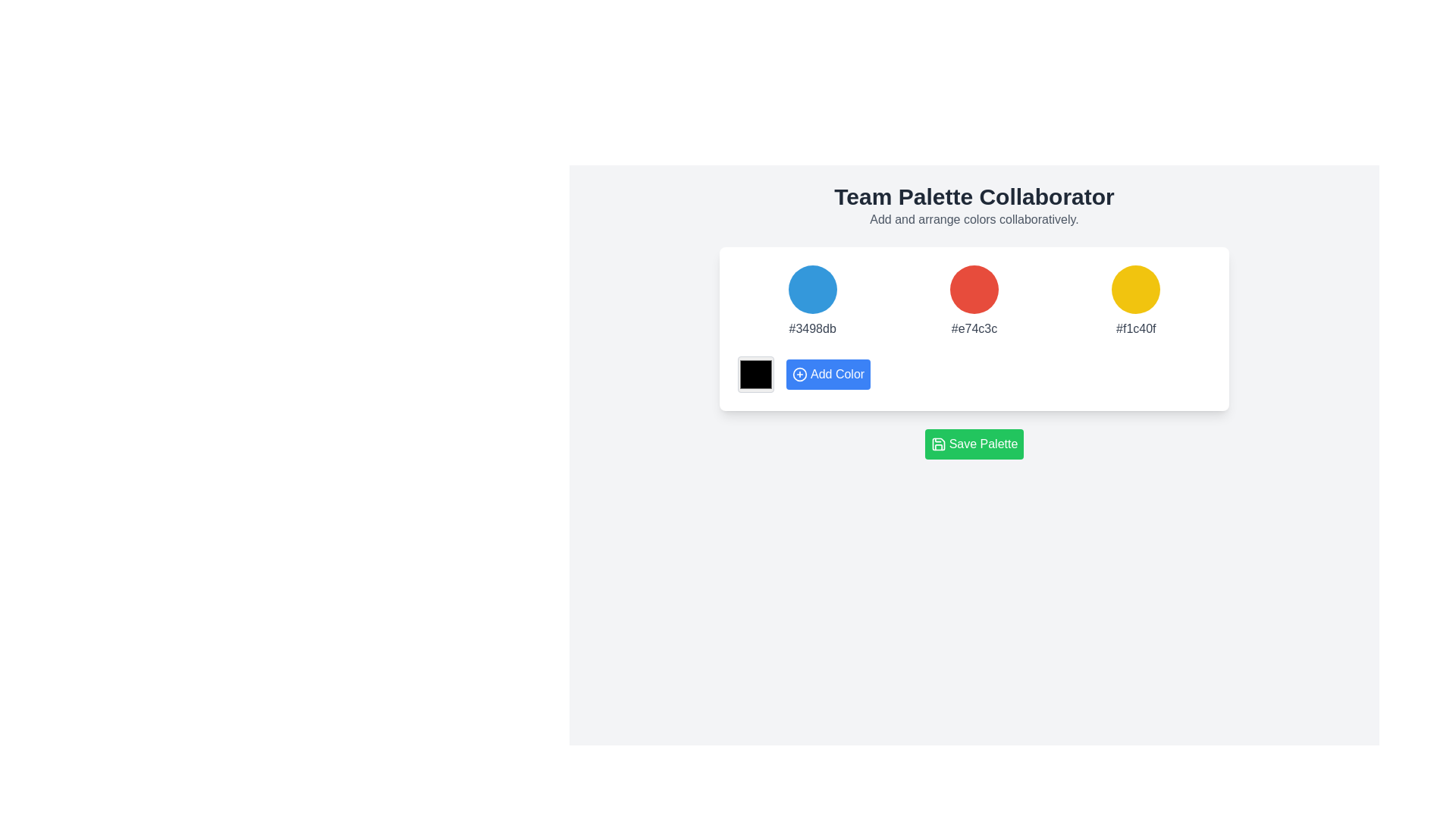 This screenshot has height=819, width=1456. What do you see at coordinates (756, 374) in the screenshot?
I see `the color picker element located to the left of the 'Add Color' button` at bounding box center [756, 374].